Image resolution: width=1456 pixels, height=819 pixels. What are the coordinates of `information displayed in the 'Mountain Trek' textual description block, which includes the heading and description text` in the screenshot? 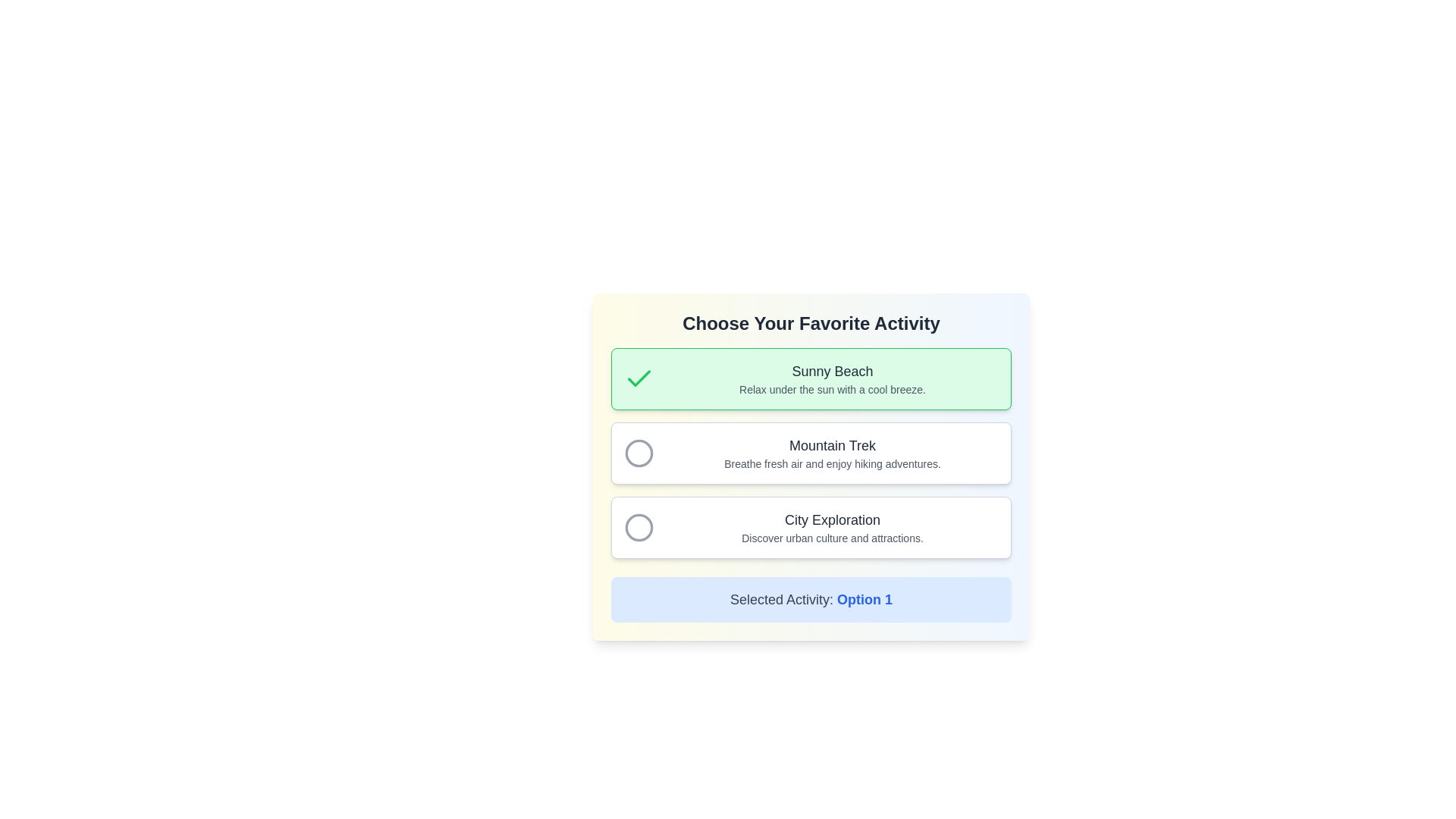 It's located at (832, 452).